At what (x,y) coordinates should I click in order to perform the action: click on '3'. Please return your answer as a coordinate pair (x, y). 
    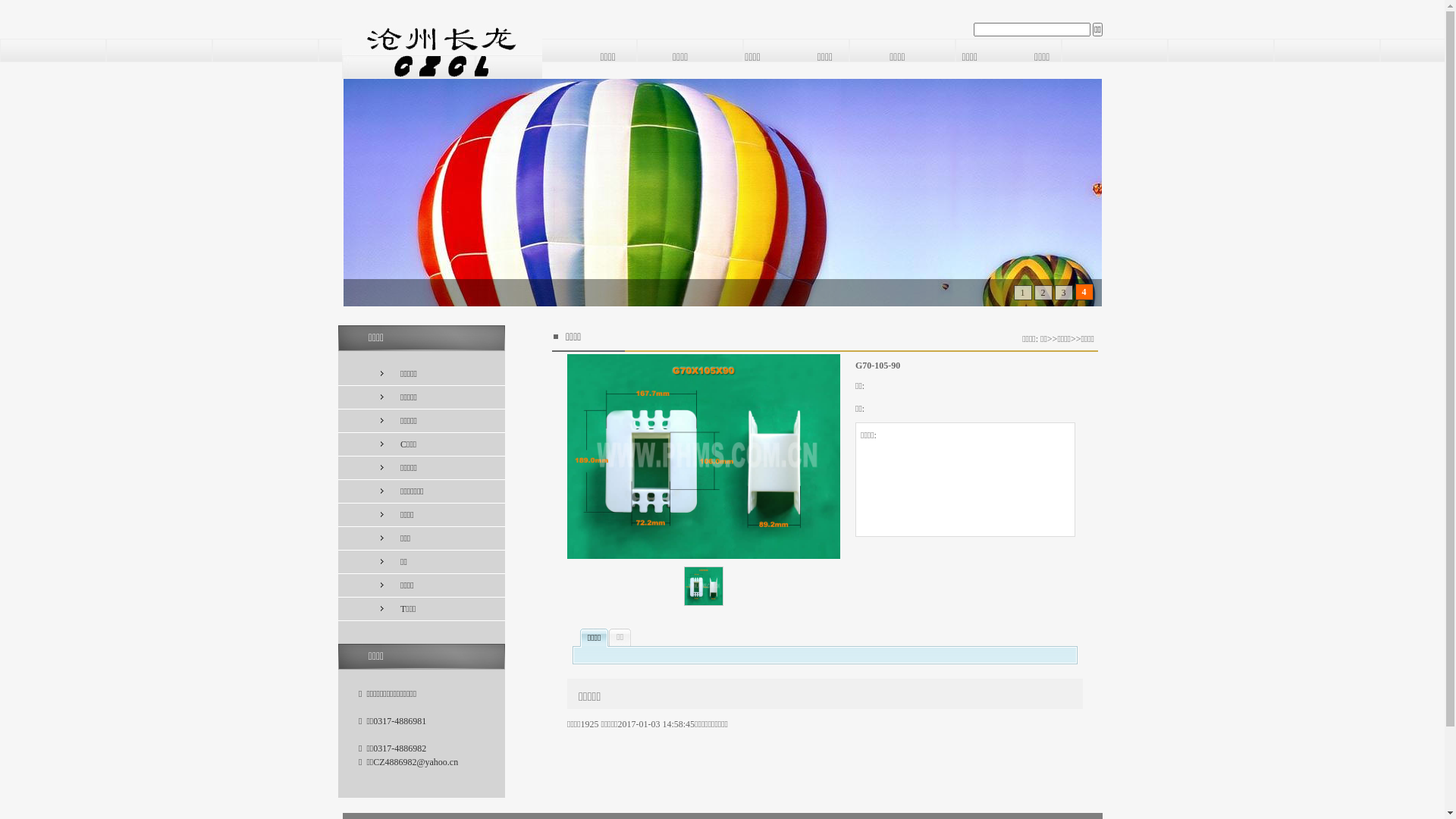
    Looking at the image, I should click on (1062, 292).